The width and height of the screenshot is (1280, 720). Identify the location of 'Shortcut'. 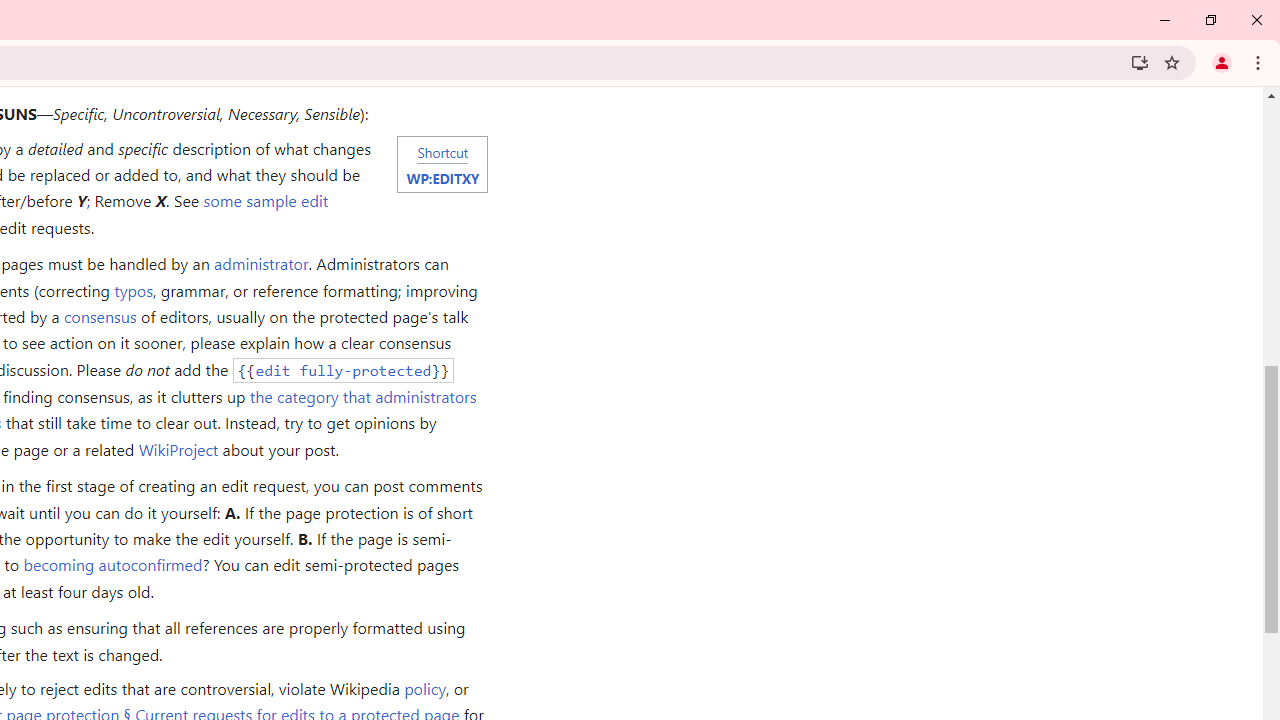
(441, 150).